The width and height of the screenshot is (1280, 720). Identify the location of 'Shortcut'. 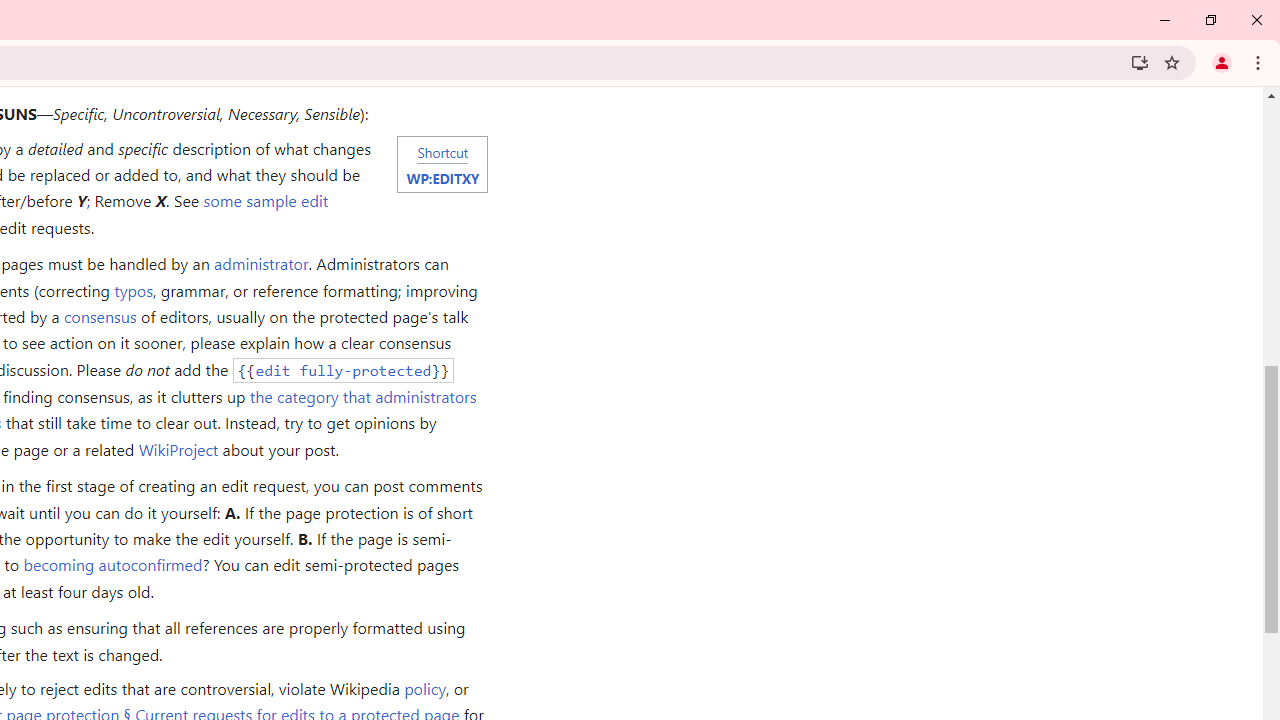
(441, 150).